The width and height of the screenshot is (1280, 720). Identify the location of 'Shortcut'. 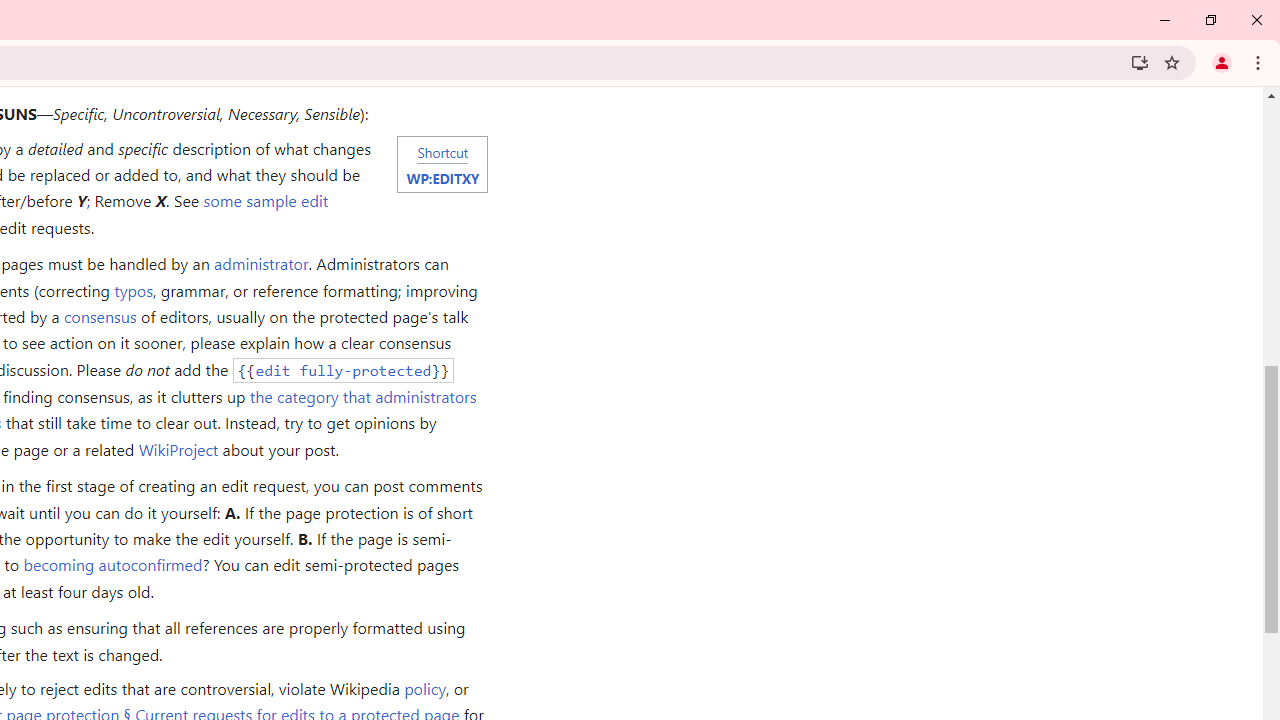
(441, 150).